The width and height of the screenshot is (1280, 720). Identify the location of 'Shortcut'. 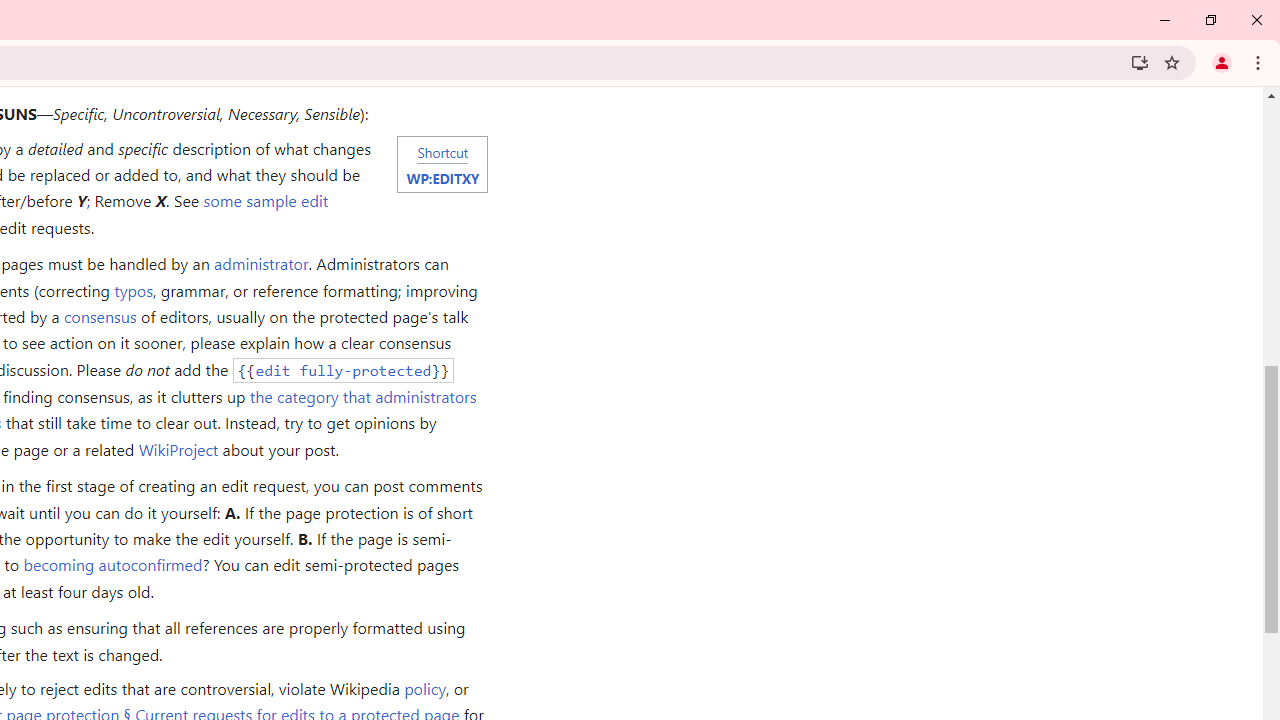
(441, 150).